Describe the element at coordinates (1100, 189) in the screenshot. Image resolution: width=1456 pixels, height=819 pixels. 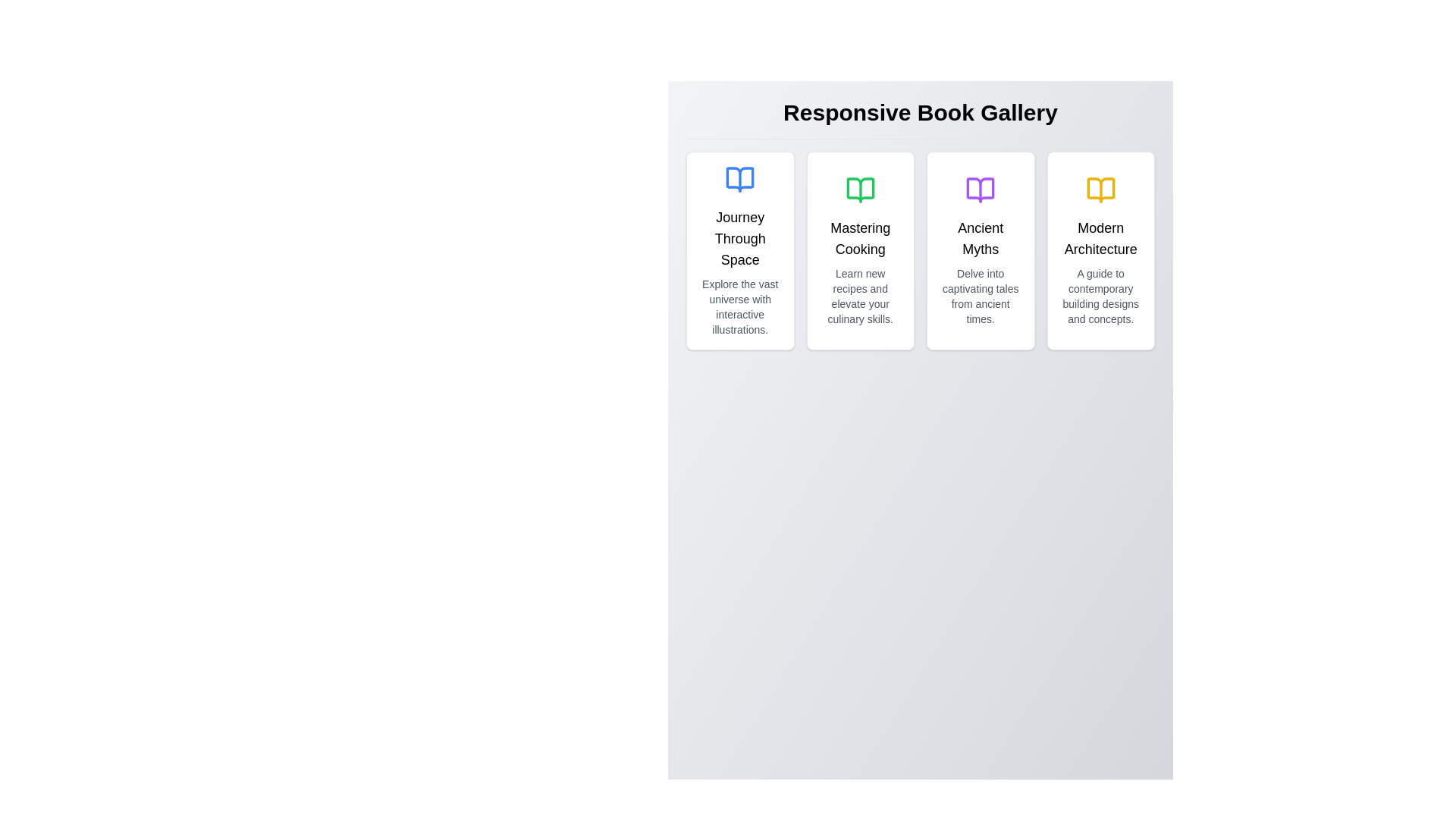
I see `the yellow open book icon located in the fourth card labeled 'Modern Architecture' in the card layout` at that location.